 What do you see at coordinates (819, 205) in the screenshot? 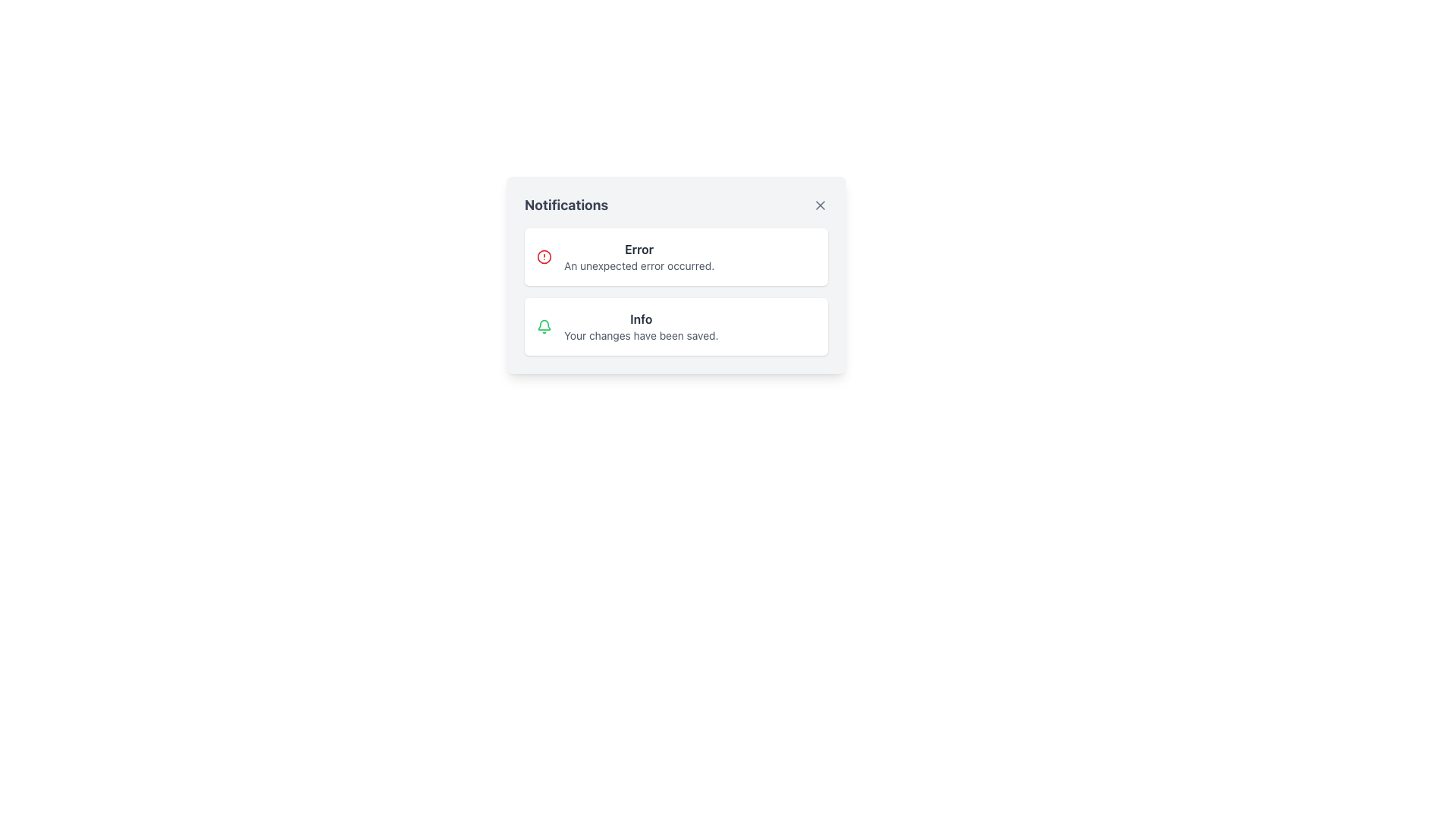
I see `the geometrical cross icon in the top-right corner of the notification panel` at bounding box center [819, 205].